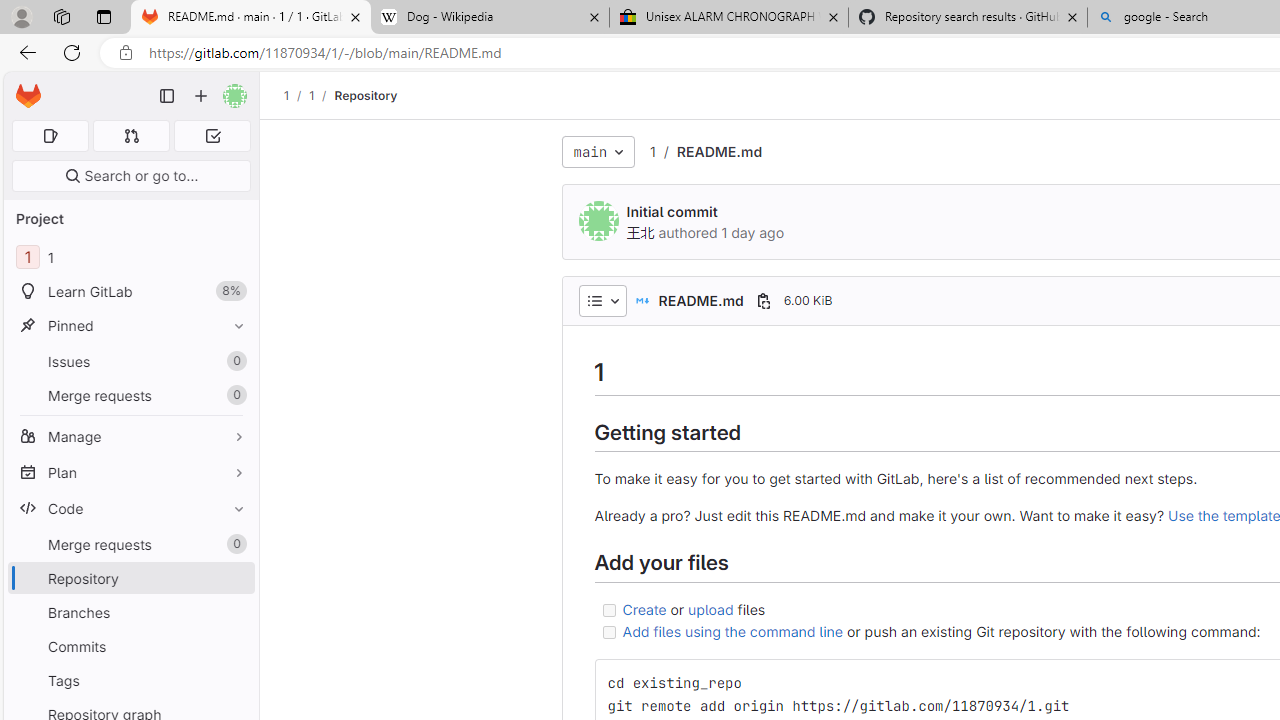 Image resolution: width=1280 pixels, height=720 pixels. Describe the element at coordinates (130, 291) in the screenshot. I see `'Learn GitLab8%'` at that location.